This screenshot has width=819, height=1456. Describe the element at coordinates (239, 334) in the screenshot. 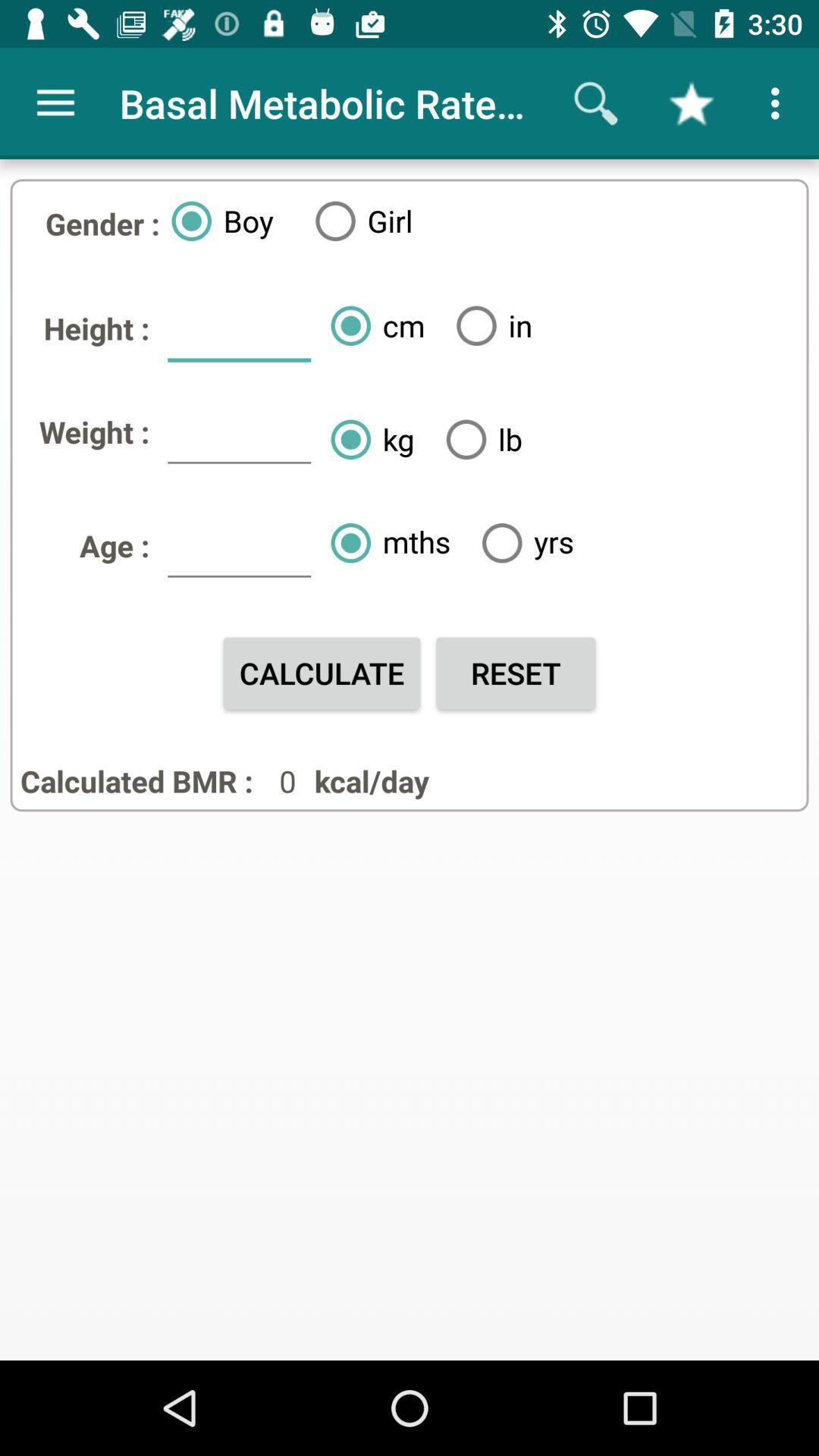

I see `icon above weight : icon` at that location.